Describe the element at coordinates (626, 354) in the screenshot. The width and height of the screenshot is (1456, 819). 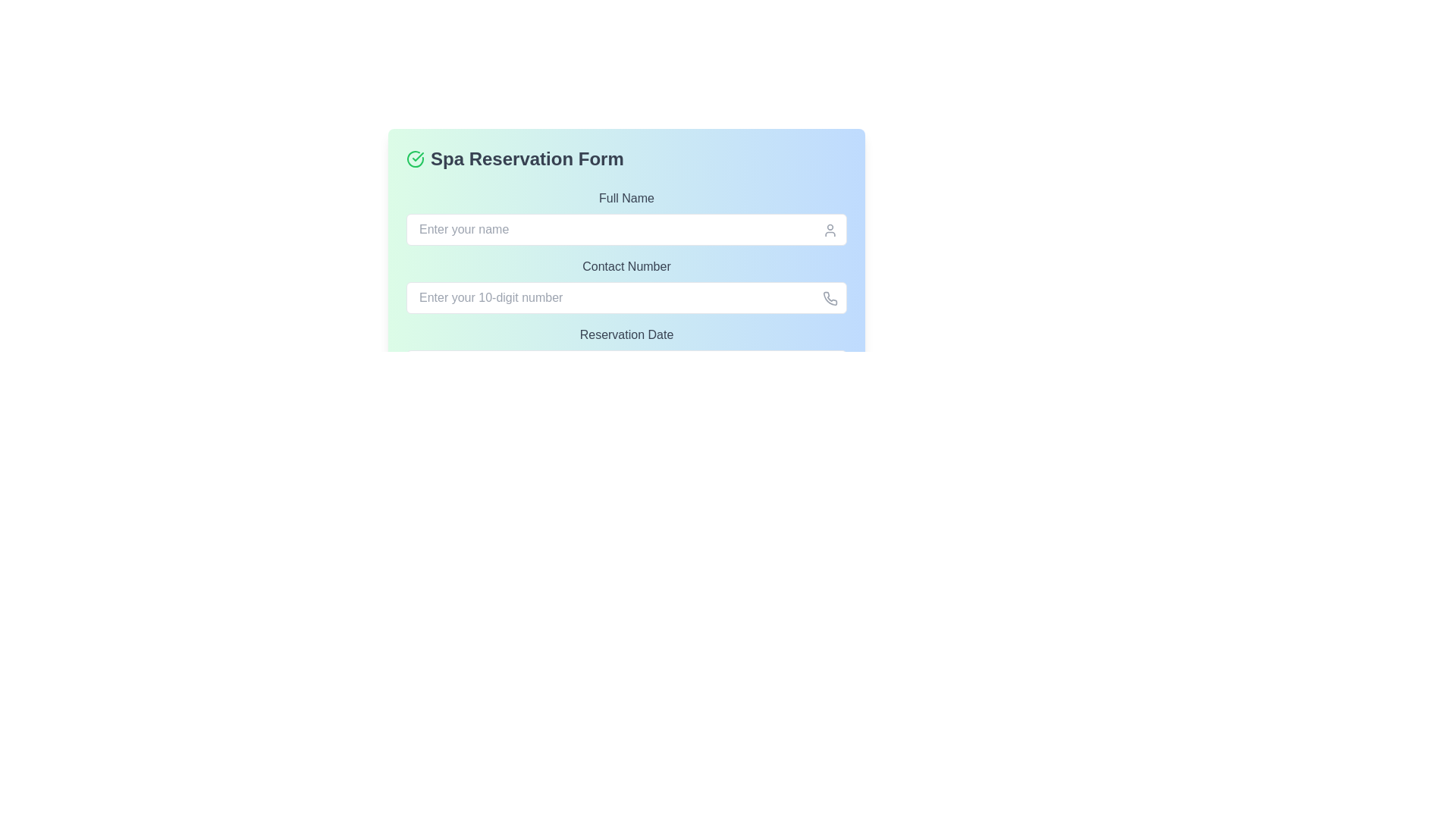
I see `the 'Reservation Date' label, which is styled in bold gray text and located beneath the 'Contact Number' field in the 'Spa Reservation Form'` at that location.